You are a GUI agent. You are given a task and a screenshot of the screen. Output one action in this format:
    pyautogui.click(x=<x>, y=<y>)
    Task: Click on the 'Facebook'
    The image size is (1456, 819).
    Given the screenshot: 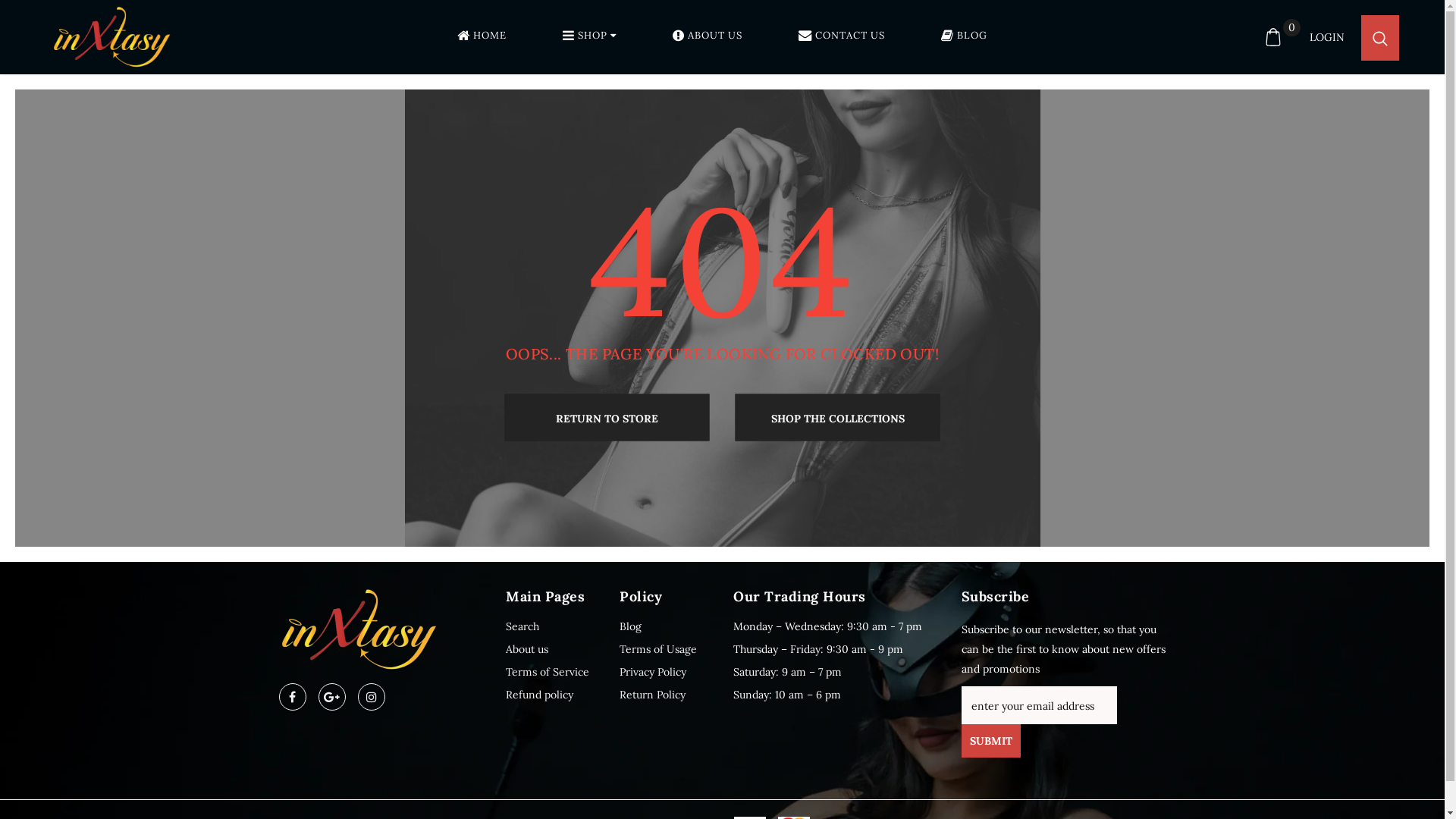 What is the action you would take?
    pyautogui.click(x=292, y=696)
    